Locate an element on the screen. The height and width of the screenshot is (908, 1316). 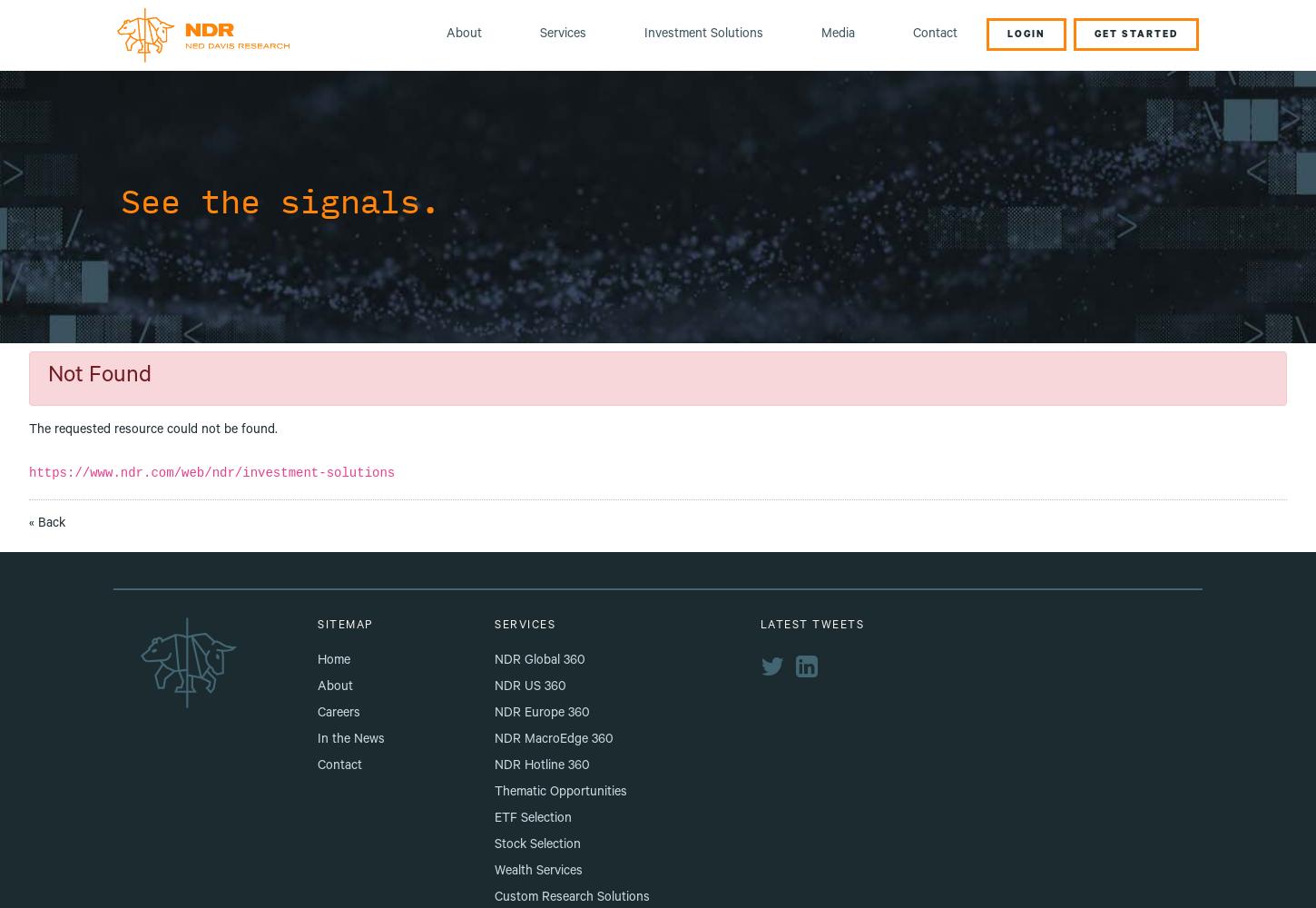
'« Back' is located at coordinates (47, 523).